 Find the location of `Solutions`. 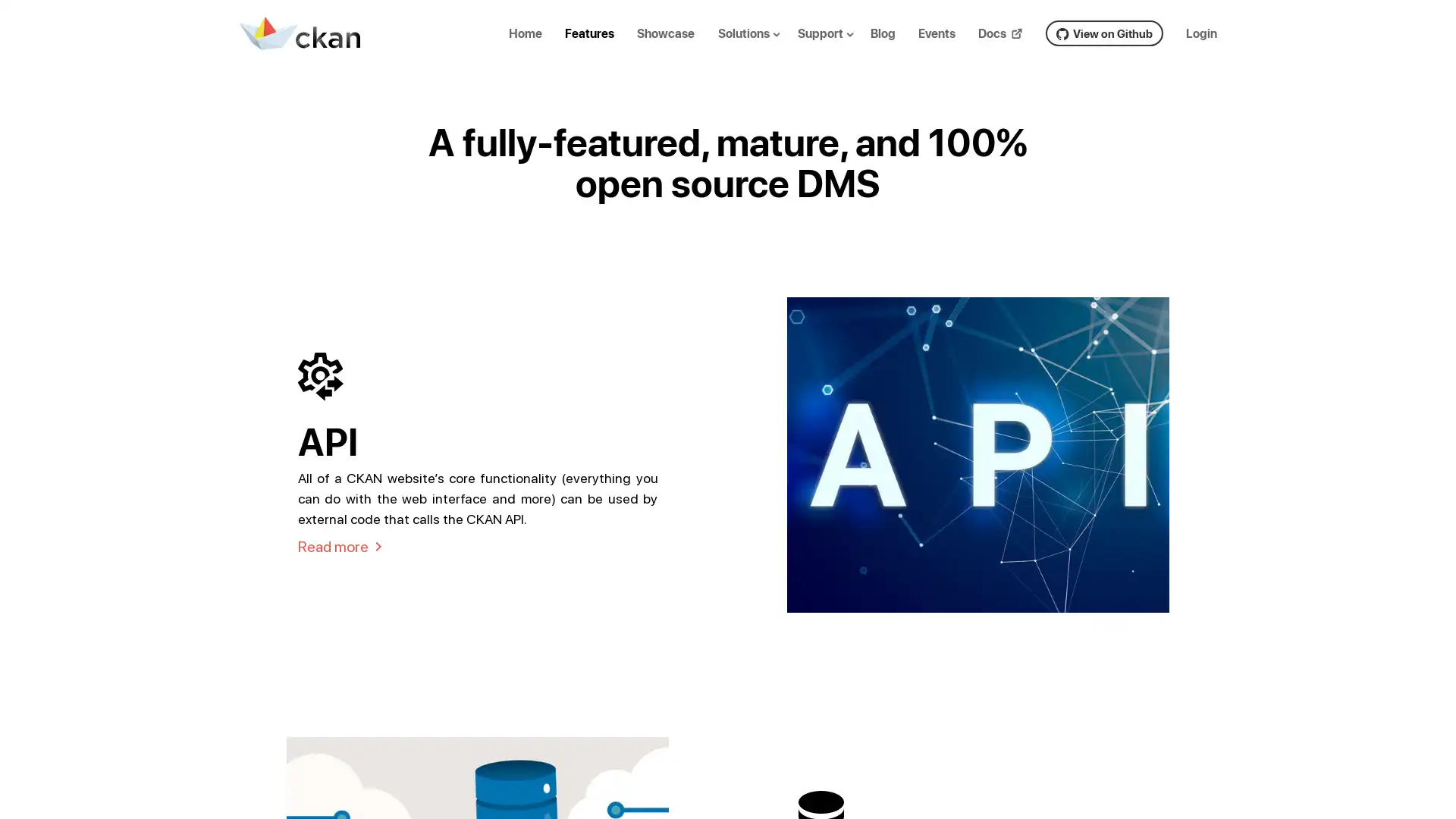

Solutions is located at coordinates (761, 44).